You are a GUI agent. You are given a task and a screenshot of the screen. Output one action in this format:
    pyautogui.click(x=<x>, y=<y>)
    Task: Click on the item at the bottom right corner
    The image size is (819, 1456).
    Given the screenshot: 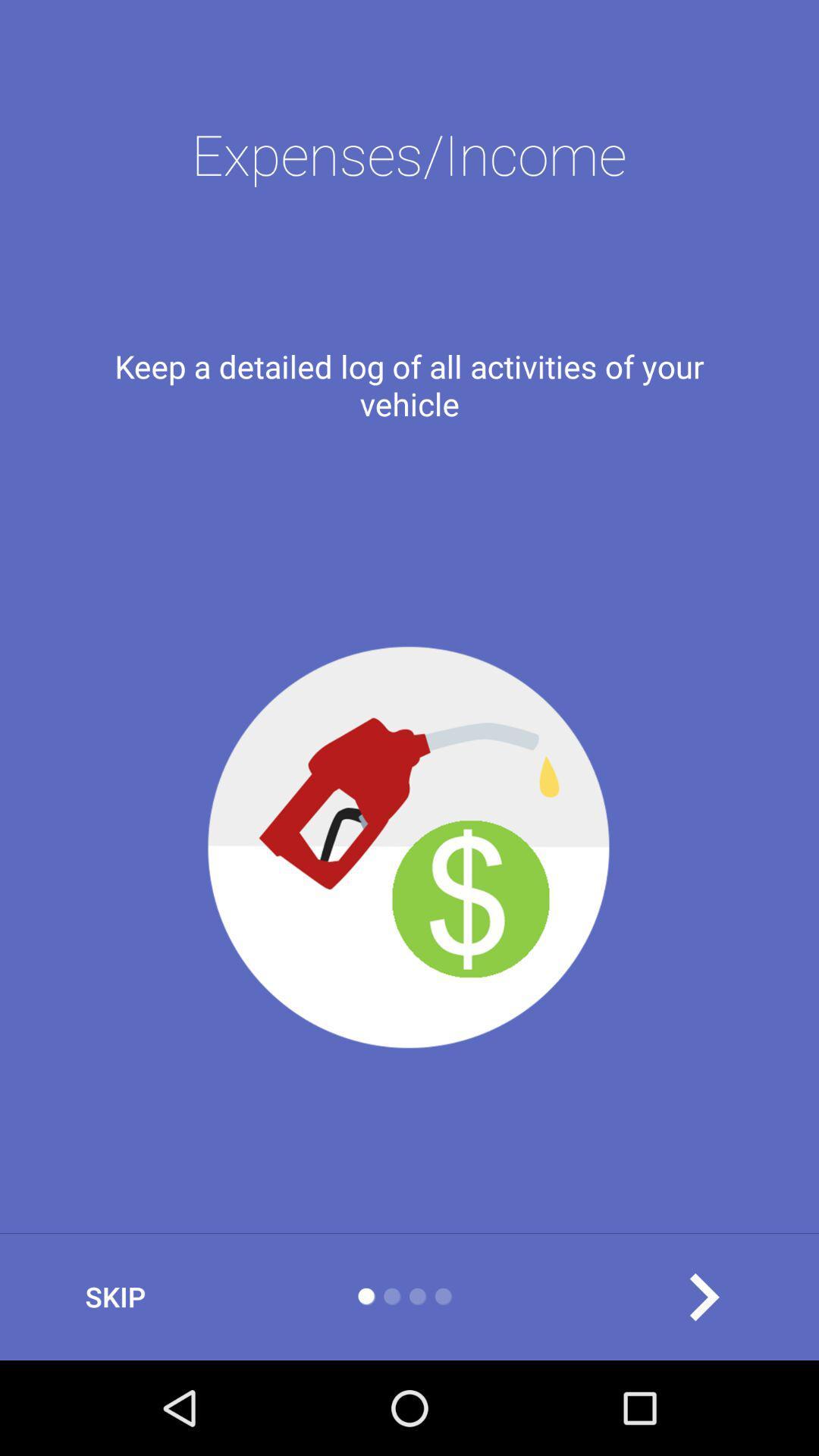 What is the action you would take?
    pyautogui.click(x=703, y=1296)
    